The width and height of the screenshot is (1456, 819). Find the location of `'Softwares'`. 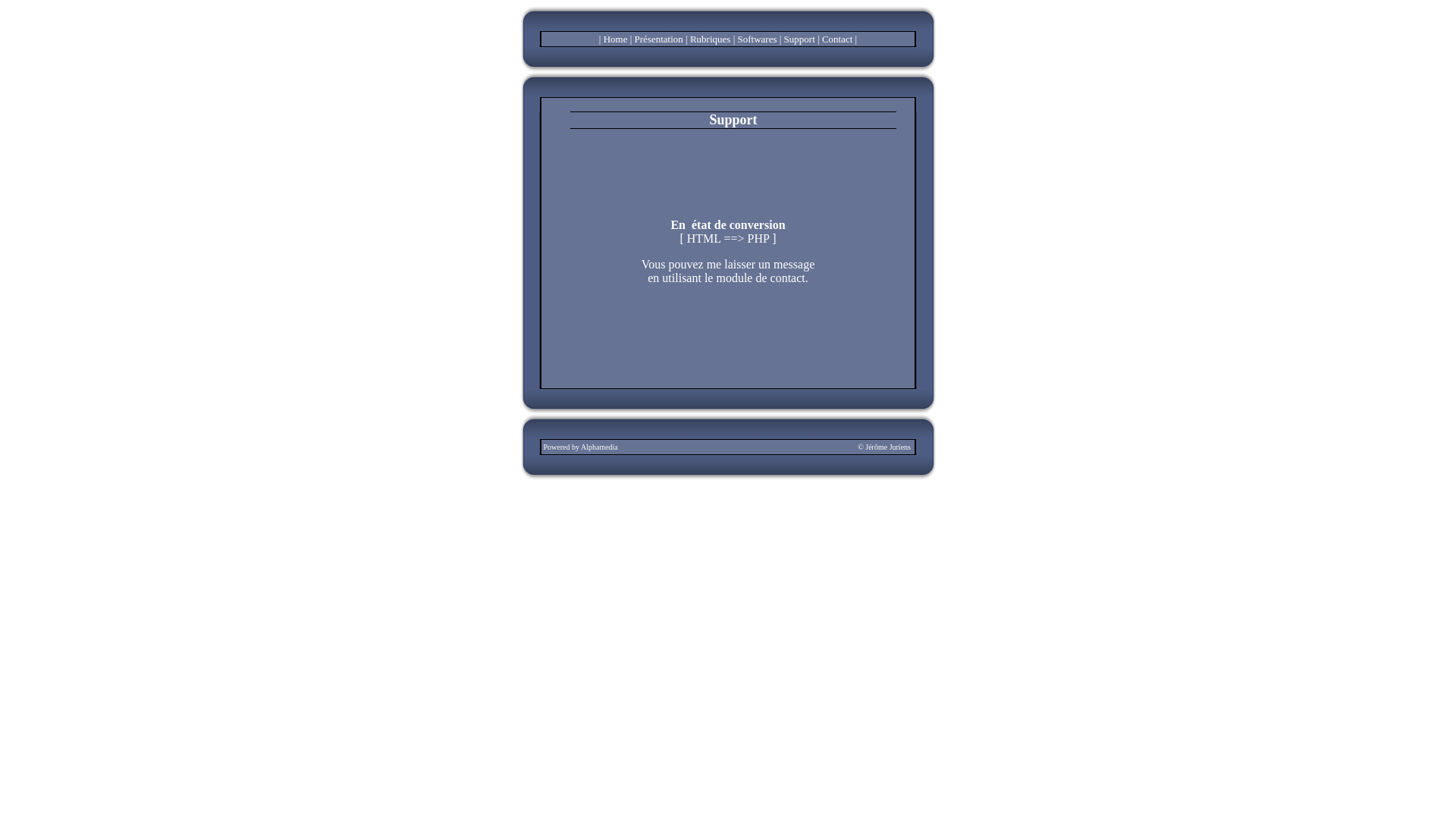

'Softwares' is located at coordinates (757, 38).